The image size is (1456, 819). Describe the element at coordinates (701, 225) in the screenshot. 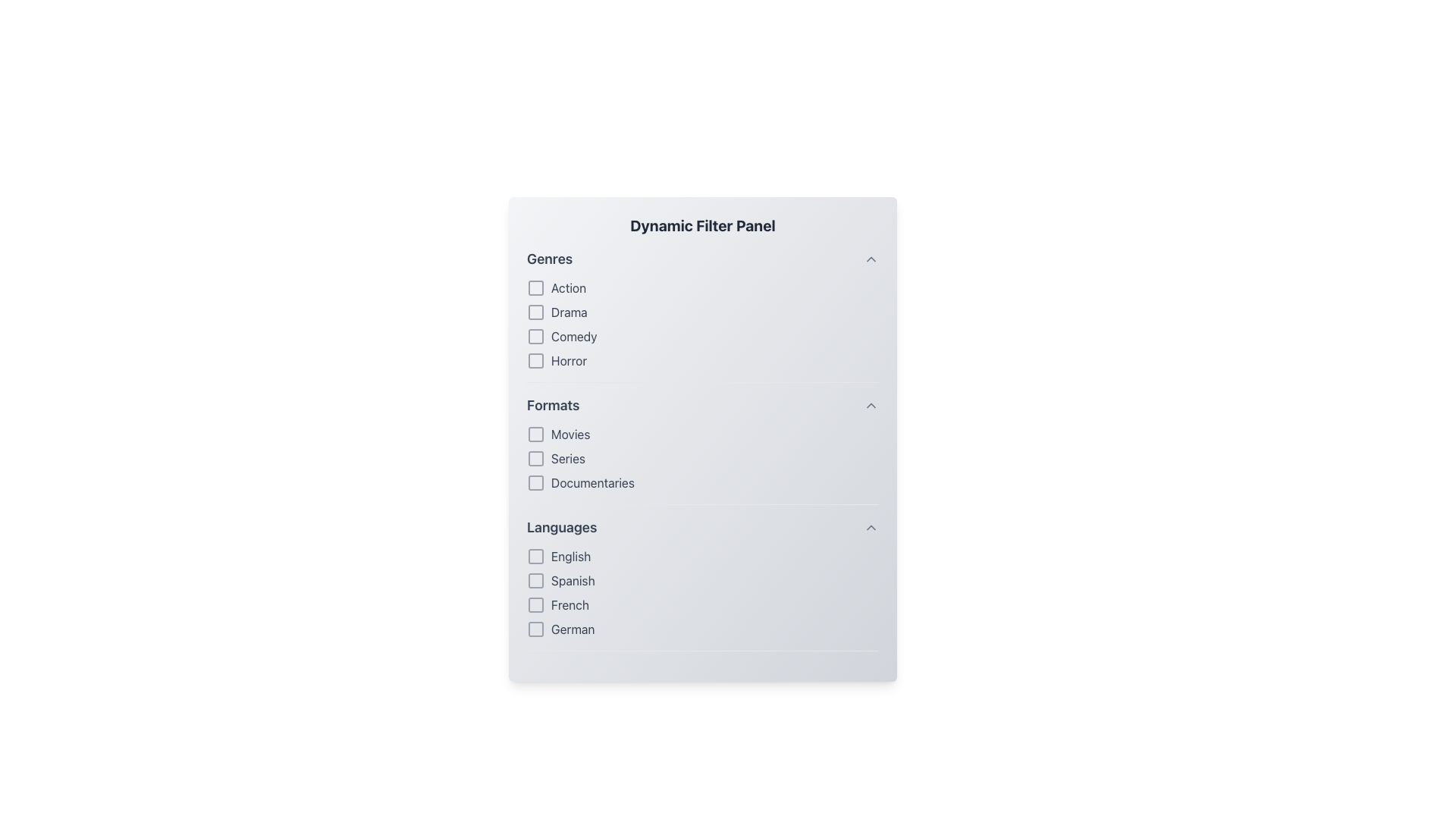

I see `the bold heading 'Dynamic Filter Panel' which is prominently displayed at the top of the light gray panel` at that location.